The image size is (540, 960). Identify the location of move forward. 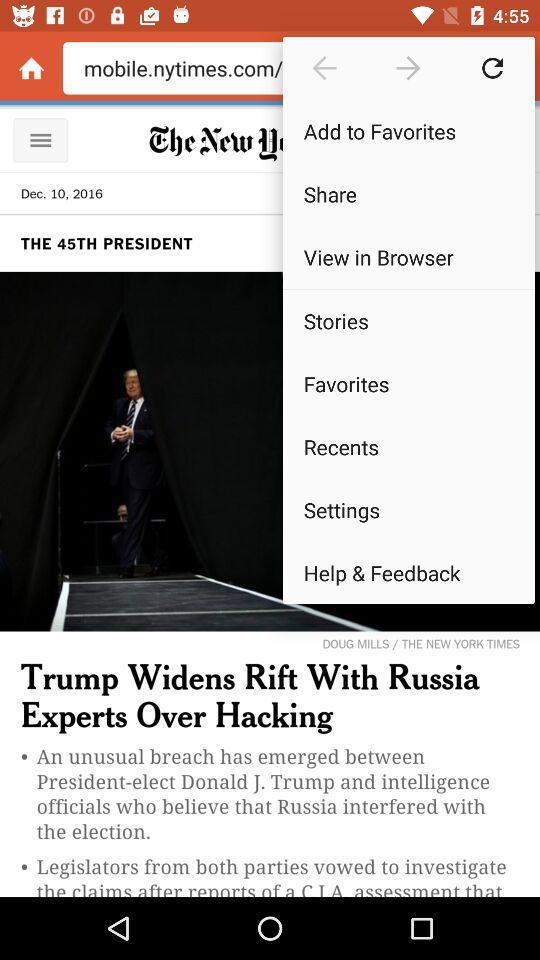
(407, 68).